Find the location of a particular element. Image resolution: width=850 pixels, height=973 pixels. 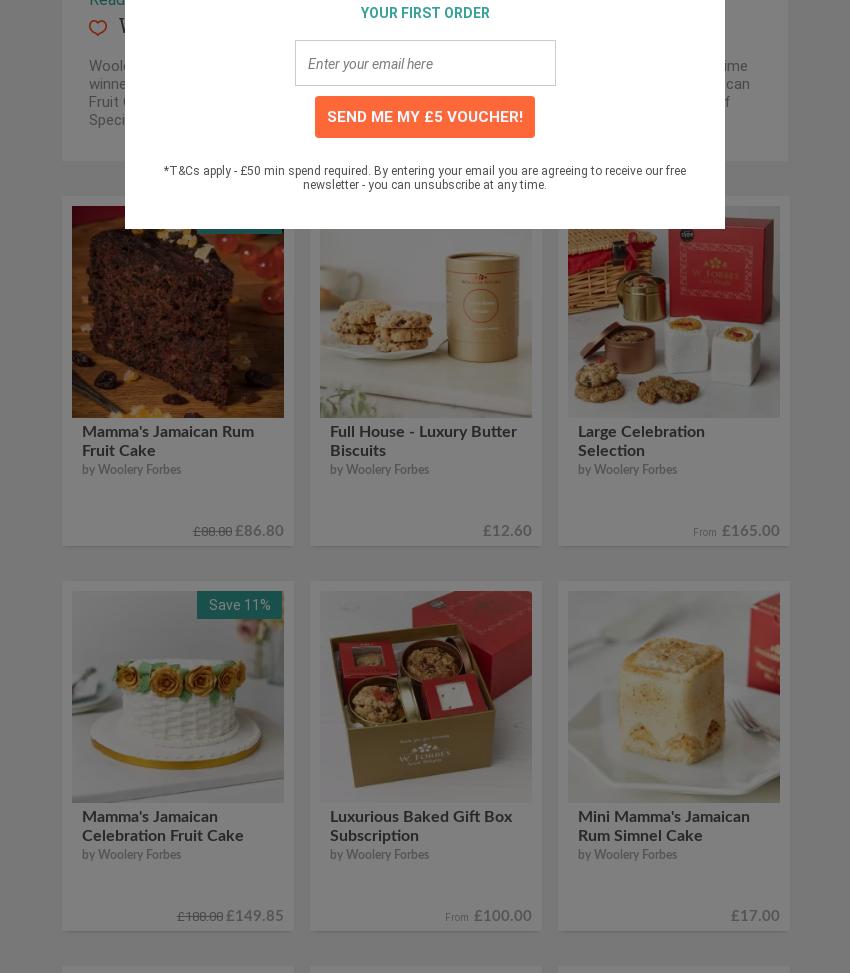

'Mini Mamma's Jamaican Rum Simnel Cake' is located at coordinates (578, 824).